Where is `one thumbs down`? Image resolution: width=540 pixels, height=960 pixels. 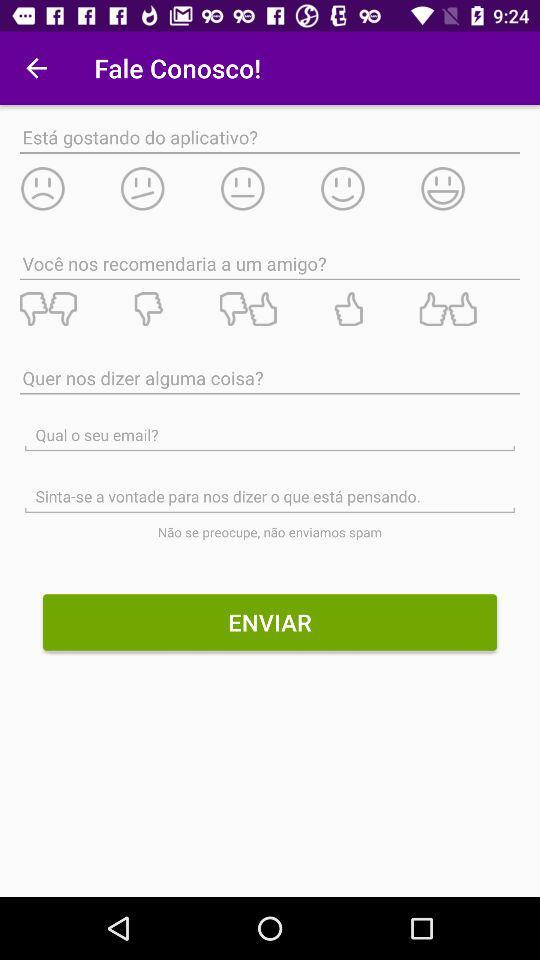 one thumbs down is located at coordinates (168, 309).